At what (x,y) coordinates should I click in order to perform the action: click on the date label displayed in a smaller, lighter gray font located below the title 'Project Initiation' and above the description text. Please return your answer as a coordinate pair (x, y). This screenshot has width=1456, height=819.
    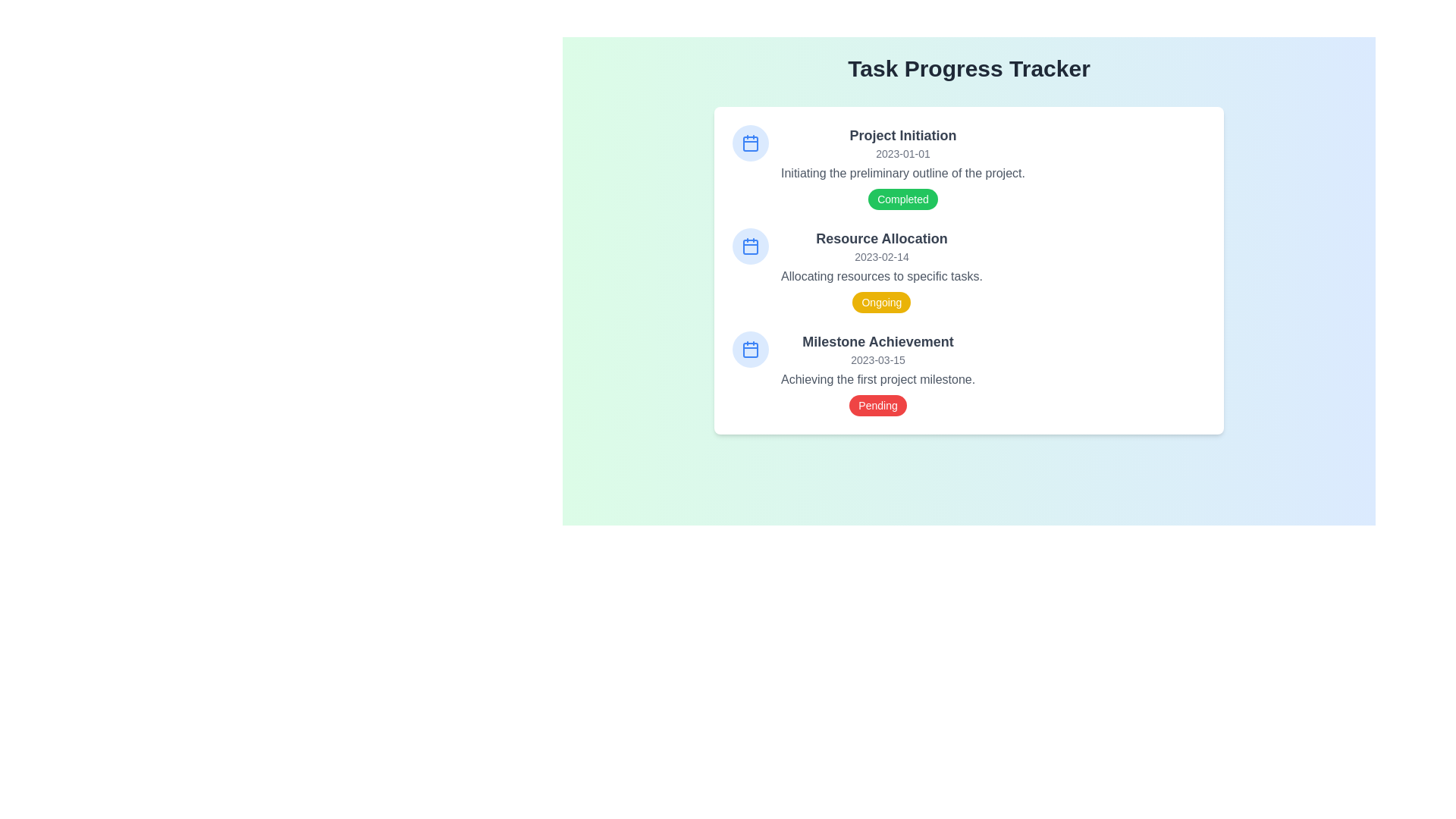
    Looking at the image, I should click on (902, 154).